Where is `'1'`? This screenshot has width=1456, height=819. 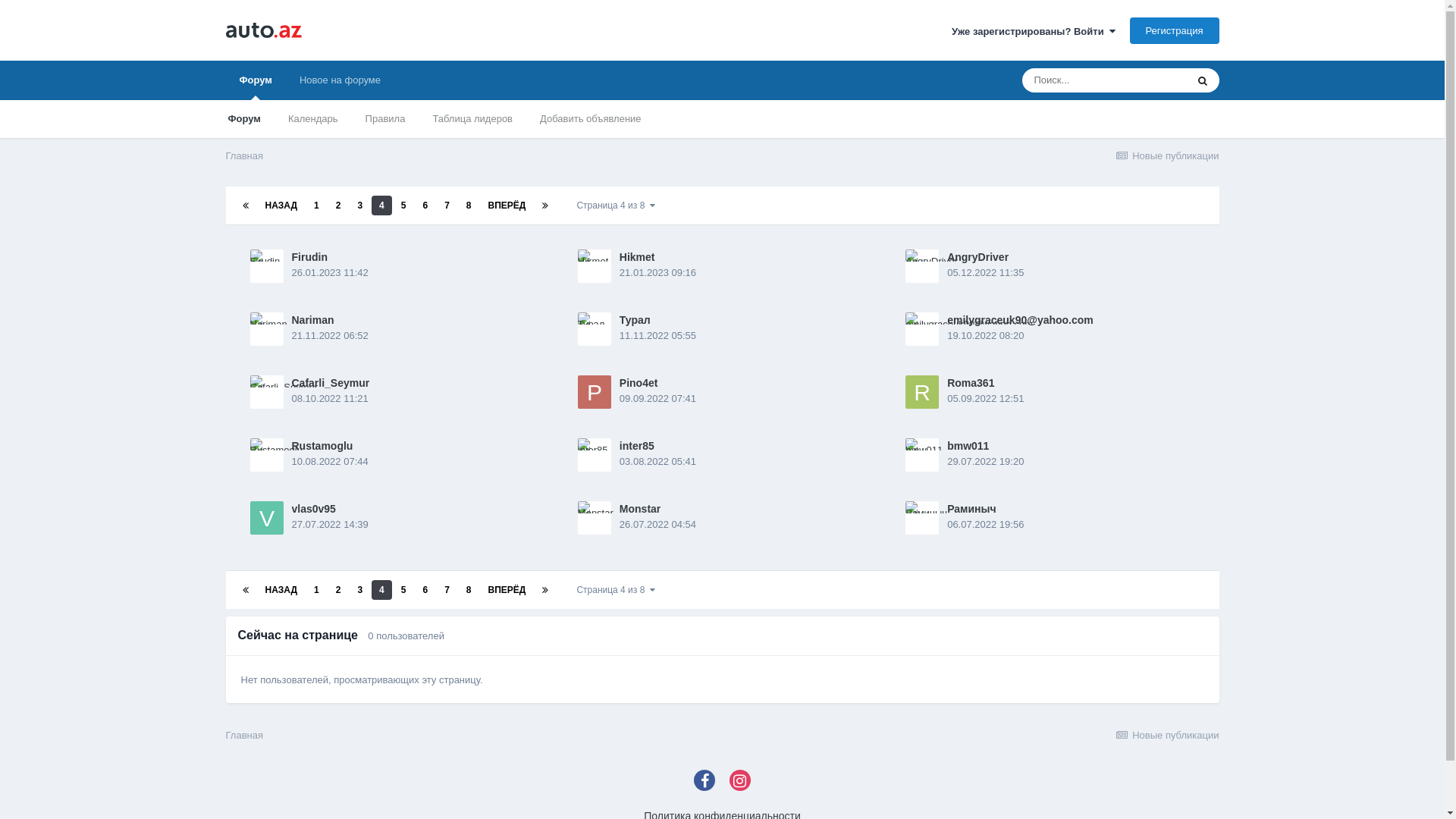 '1' is located at coordinates (315, 205).